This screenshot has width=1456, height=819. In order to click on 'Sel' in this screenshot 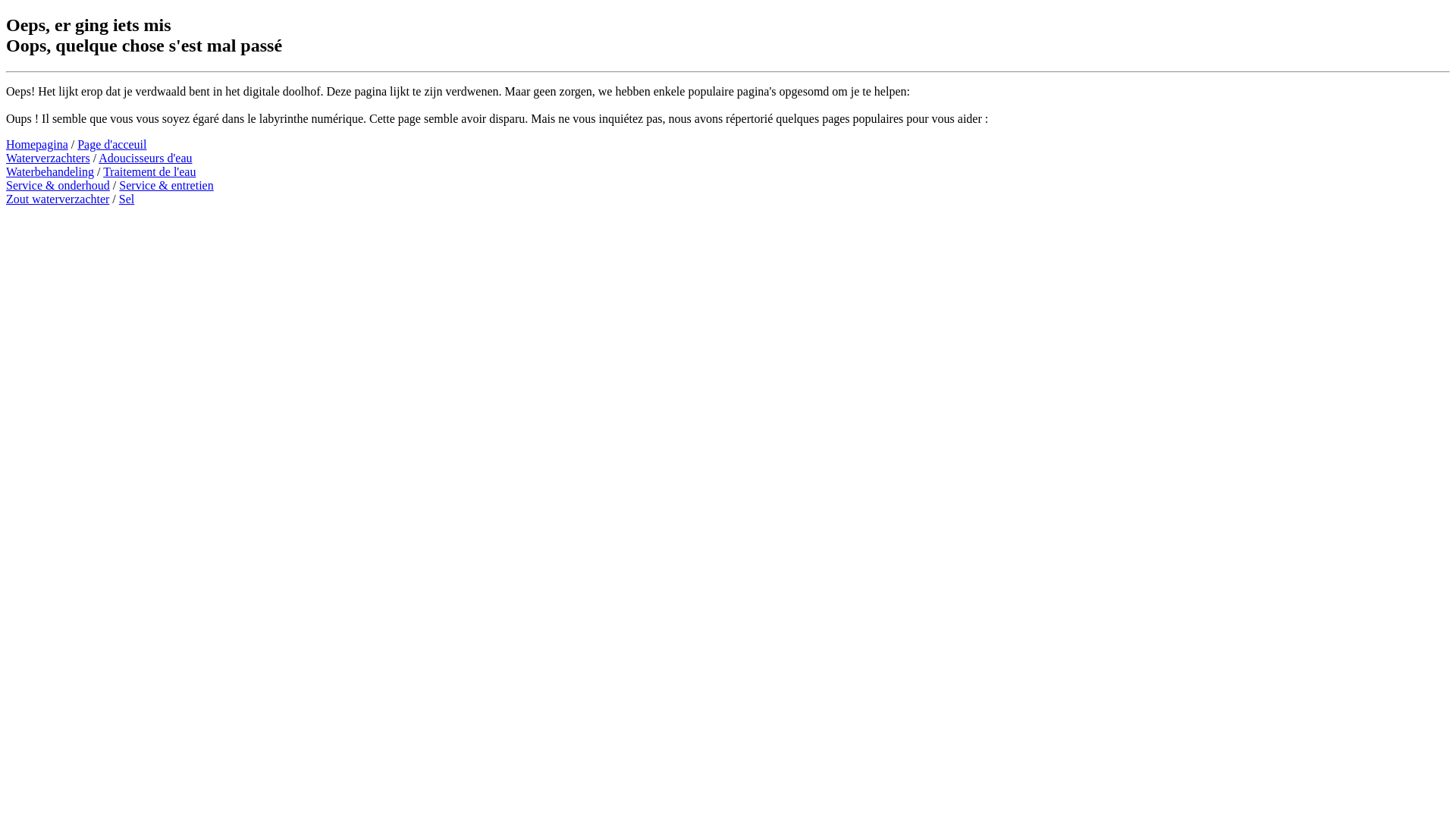, I will do `click(127, 198)`.